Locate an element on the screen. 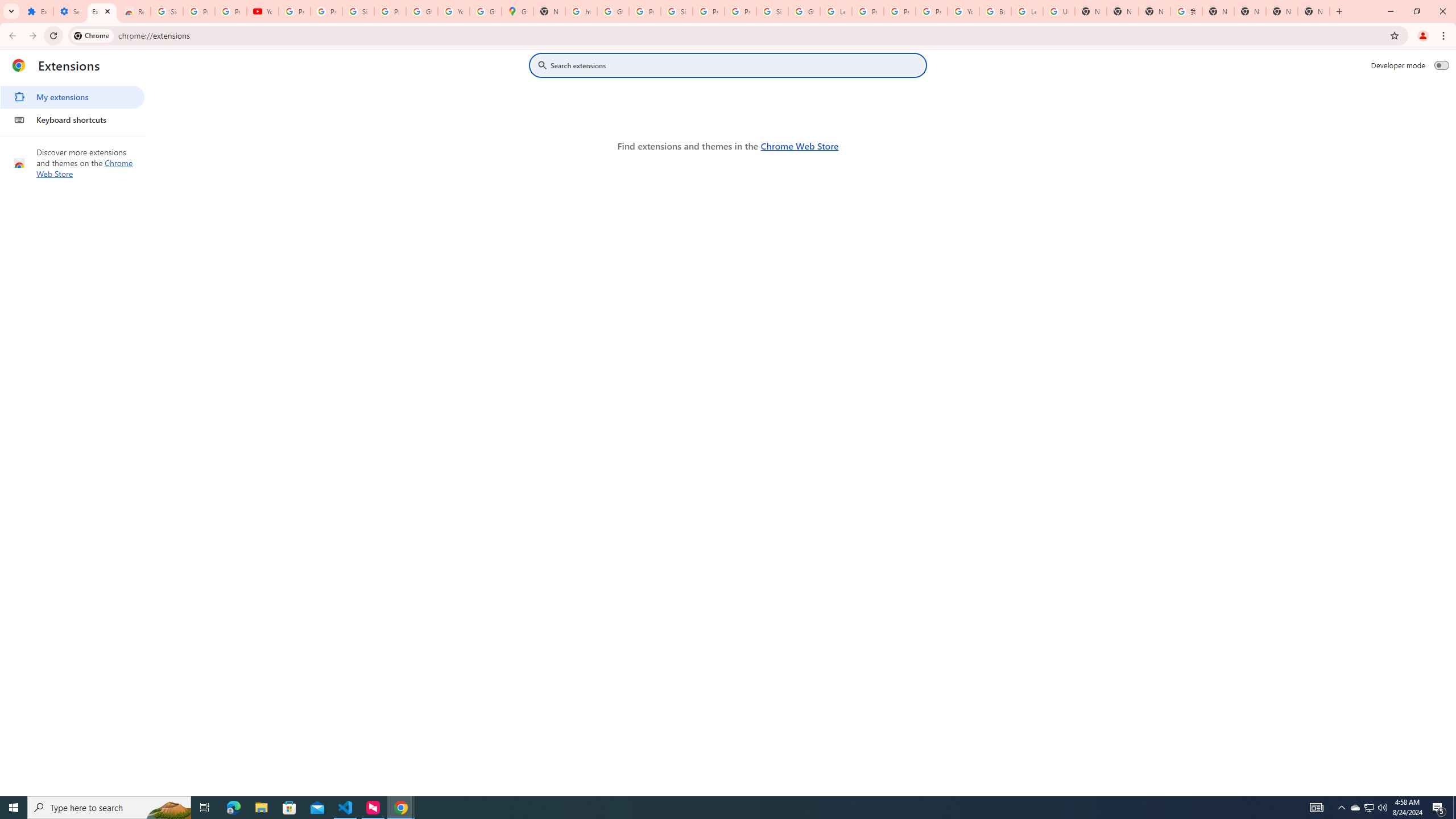 The width and height of the screenshot is (1456, 819). 'Extensions' is located at coordinates (37, 11).